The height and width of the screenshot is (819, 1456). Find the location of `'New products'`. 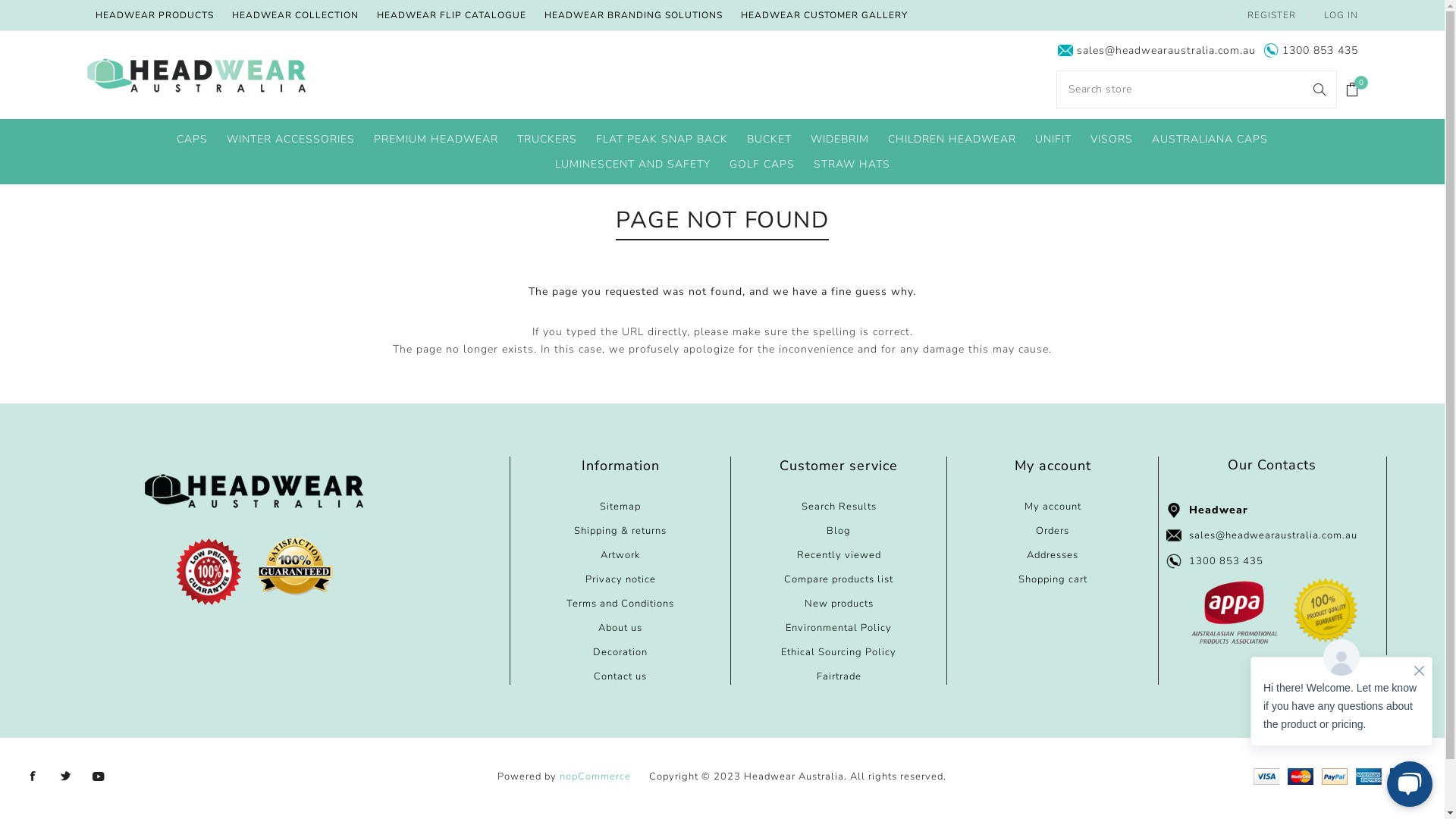

'New products' is located at coordinates (838, 602).